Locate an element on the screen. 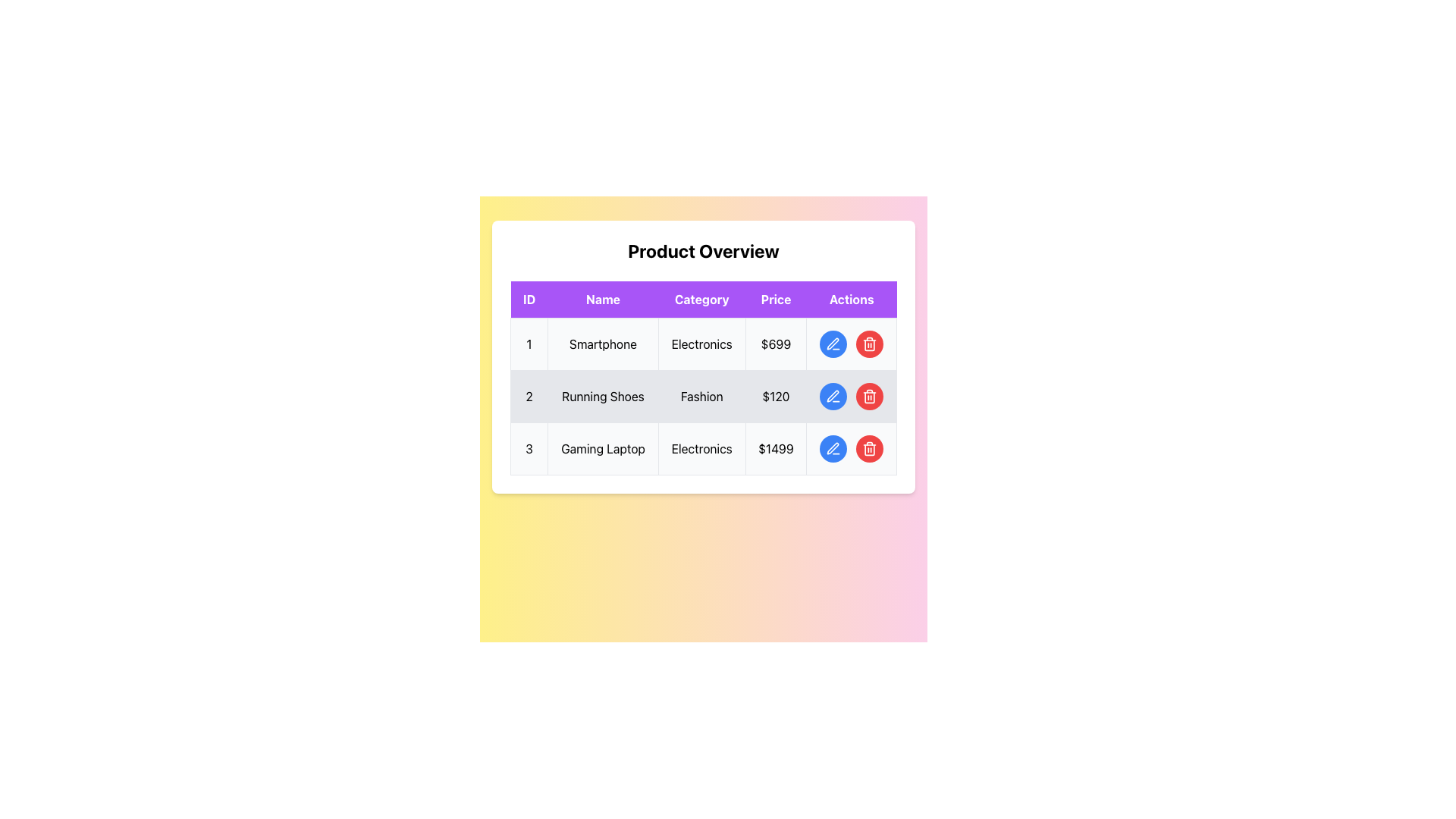 The image size is (1456, 819). the blue circular icon button representing a pen is located at coordinates (833, 344).